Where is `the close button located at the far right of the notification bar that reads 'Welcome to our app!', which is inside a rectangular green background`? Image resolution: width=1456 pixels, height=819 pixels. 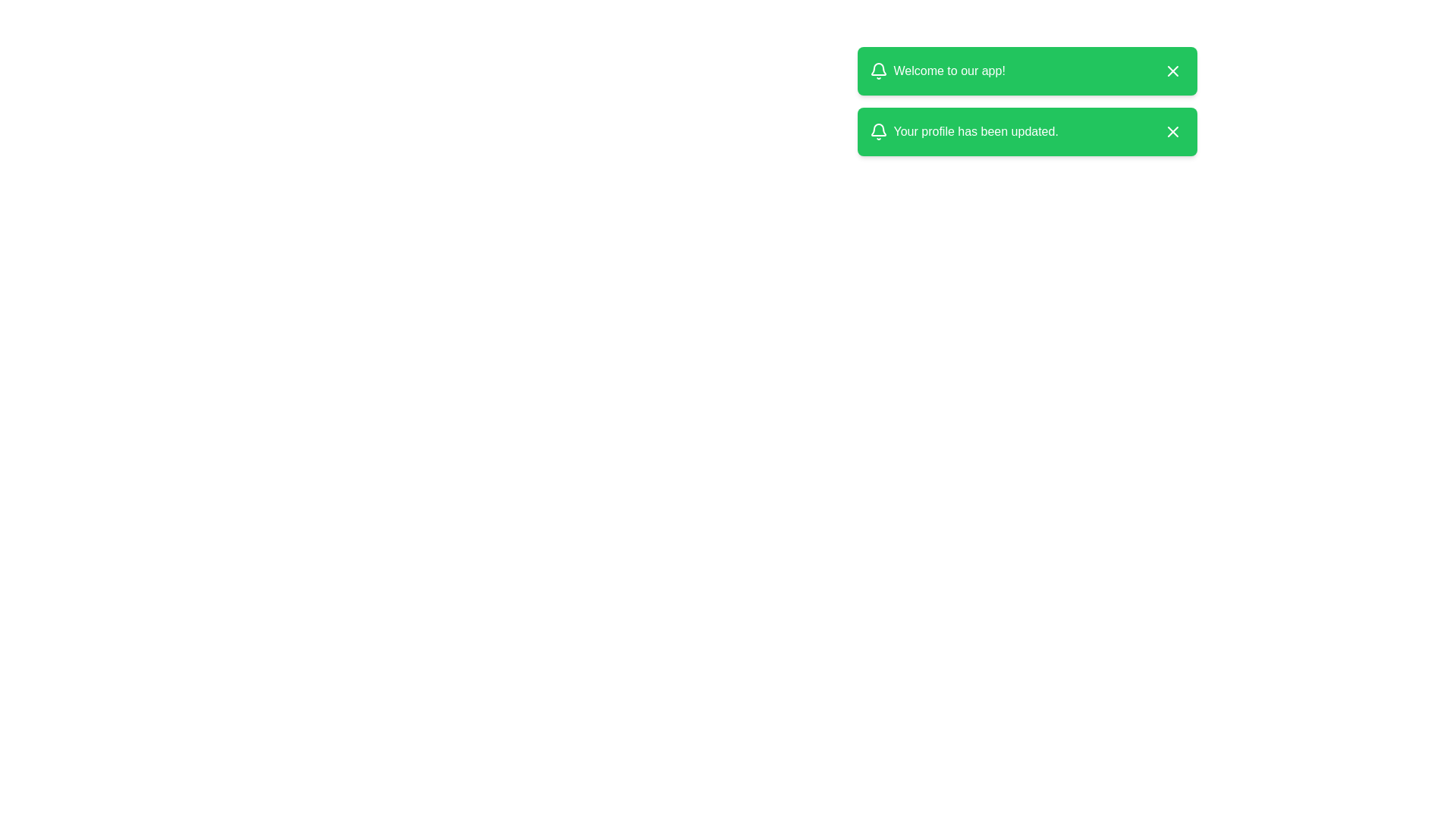 the close button located at the far right of the notification bar that reads 'Welcome to our app!', which is inside a rectangular green background is located at coordinates (1172, 71).